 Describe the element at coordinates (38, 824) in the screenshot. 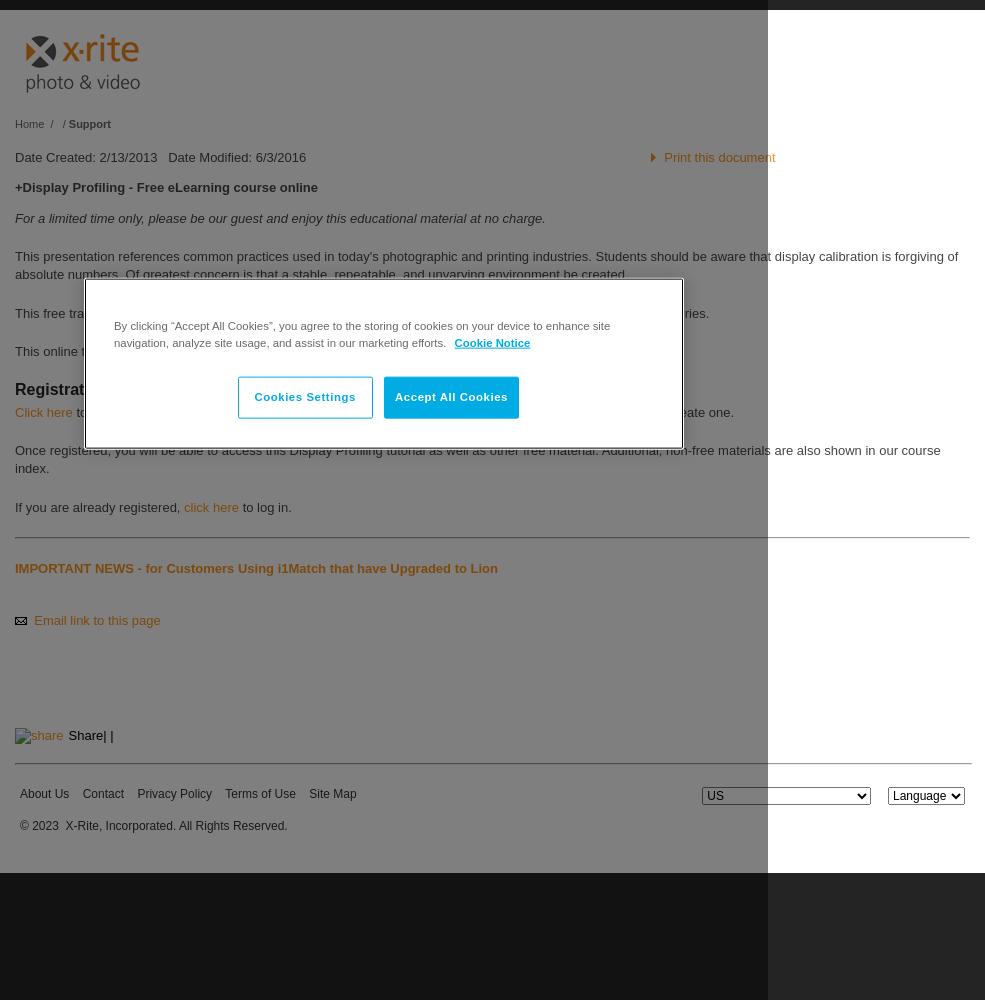

I see `'© 2023'` at that location.